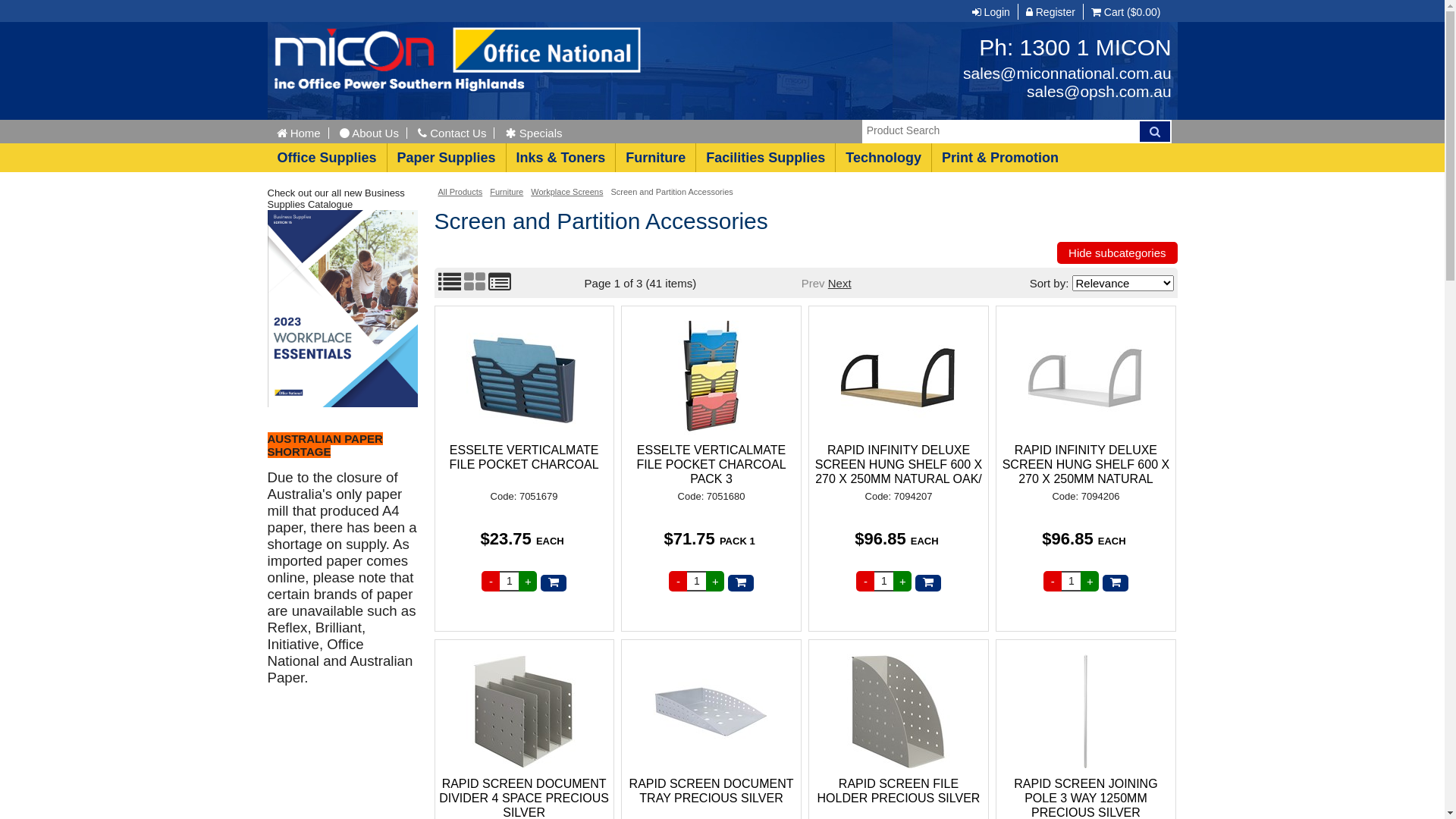 This screenshot has height=819, width=1456. I want to click on 'Login', so click(990, 11).